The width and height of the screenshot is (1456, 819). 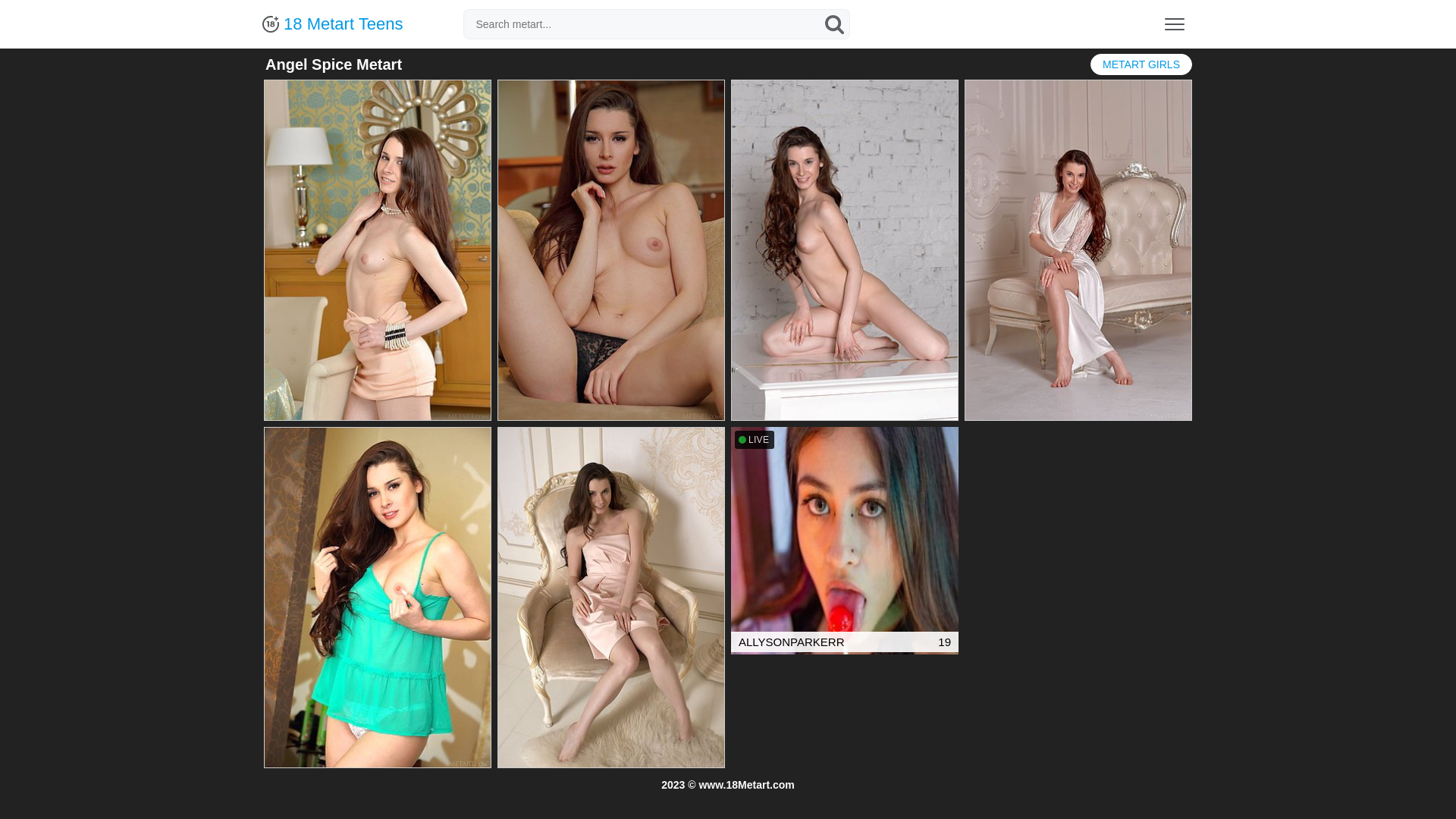 I want to click on '18 Metart Teens', so click(x=262, y=24).